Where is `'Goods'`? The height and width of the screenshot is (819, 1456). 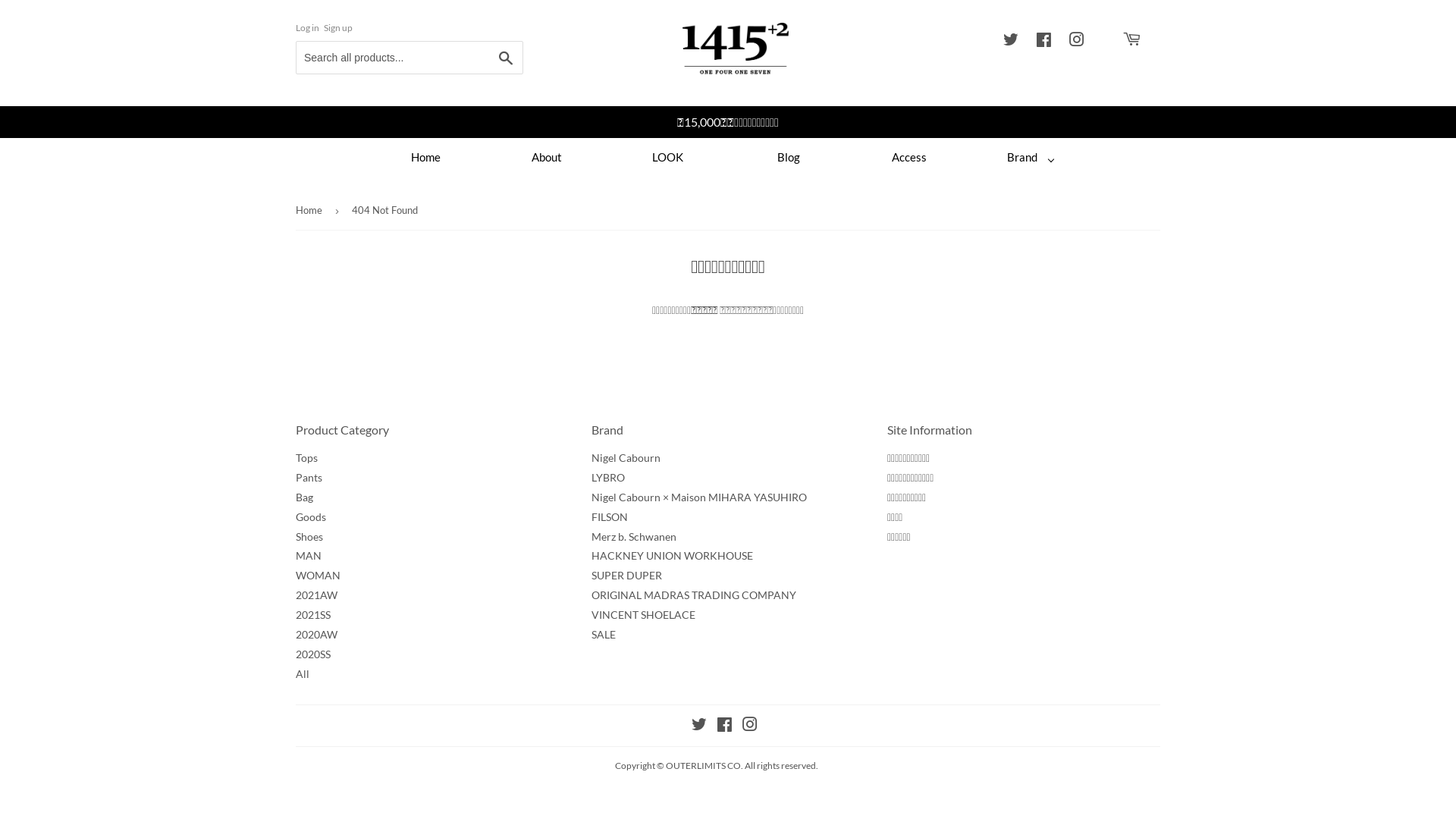 'Goods' is located at coordinates (309, 516).